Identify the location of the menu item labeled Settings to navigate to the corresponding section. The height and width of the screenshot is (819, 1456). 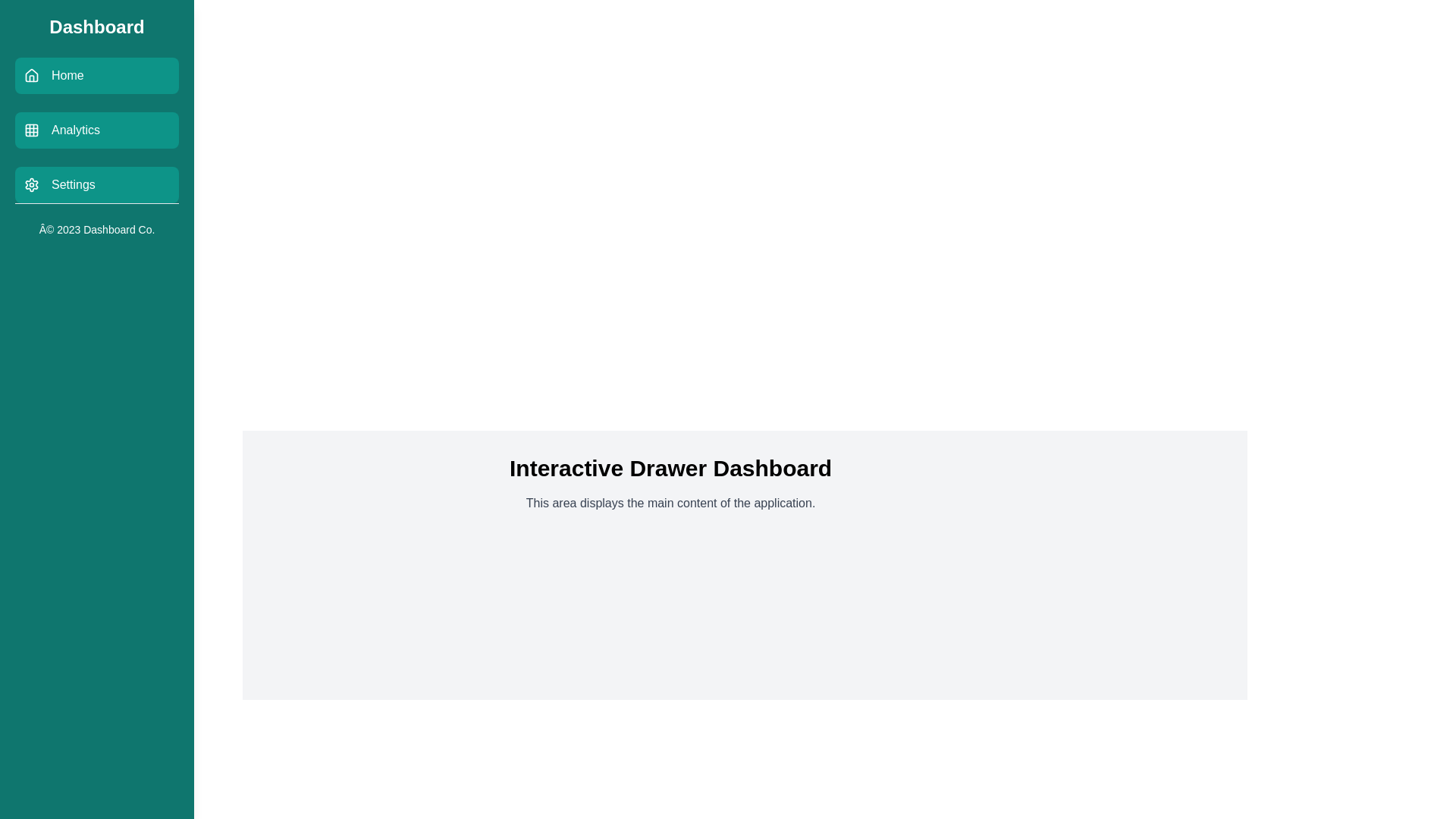
(96, 184).